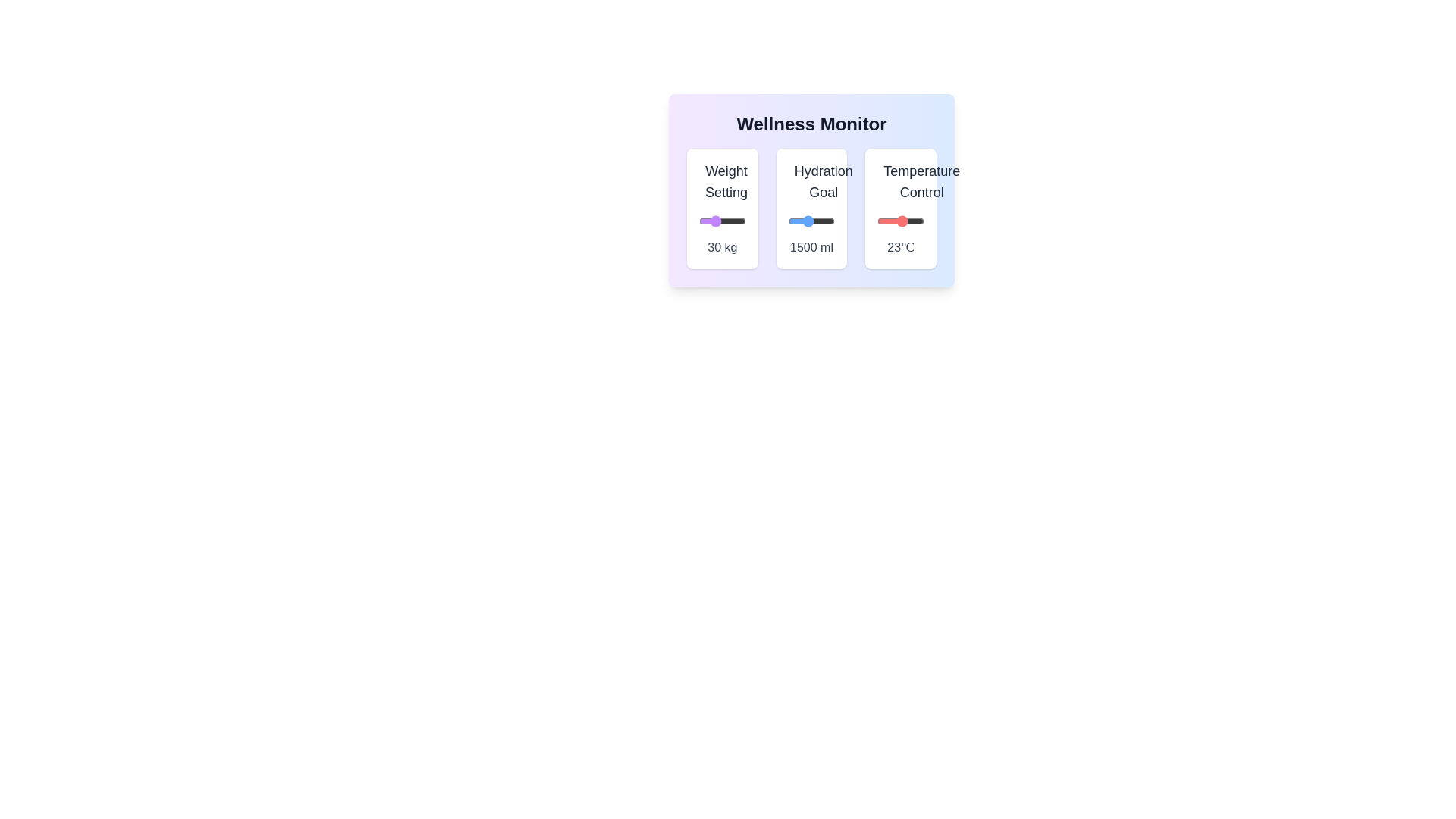 This screenshot has height=819, width=1456. What do you see at coordinates (901, 247) in the screenshot?
I see `the text label displaying '23℃' which is centered below the red slider in the 'Temperature Control' card` at bounding box center [901, 247].